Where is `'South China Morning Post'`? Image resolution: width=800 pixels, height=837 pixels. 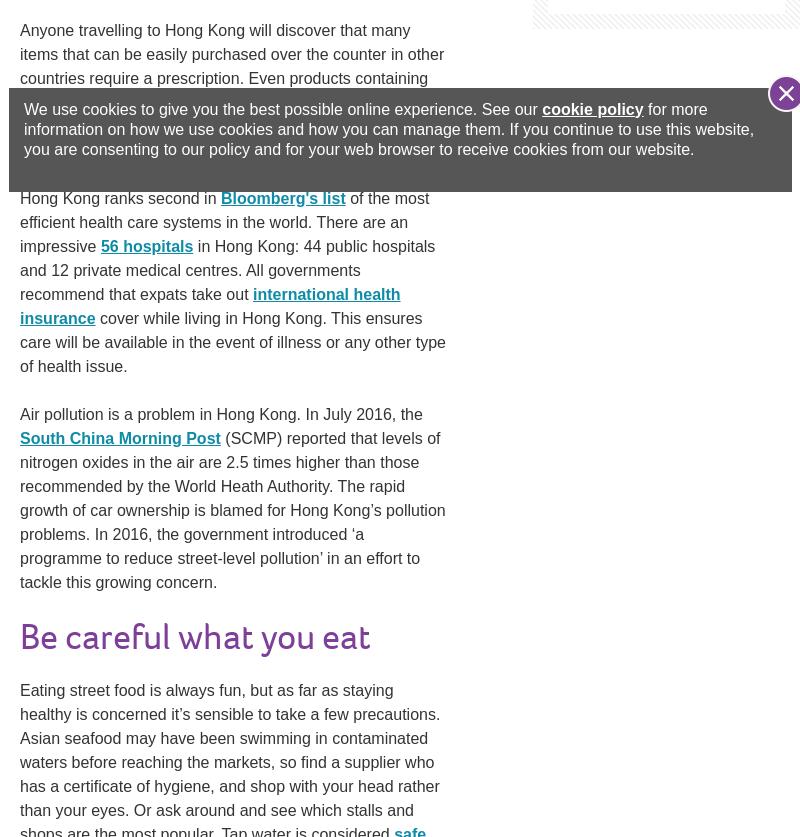
'South China Morning Post' is located at coordinates (119, 437).